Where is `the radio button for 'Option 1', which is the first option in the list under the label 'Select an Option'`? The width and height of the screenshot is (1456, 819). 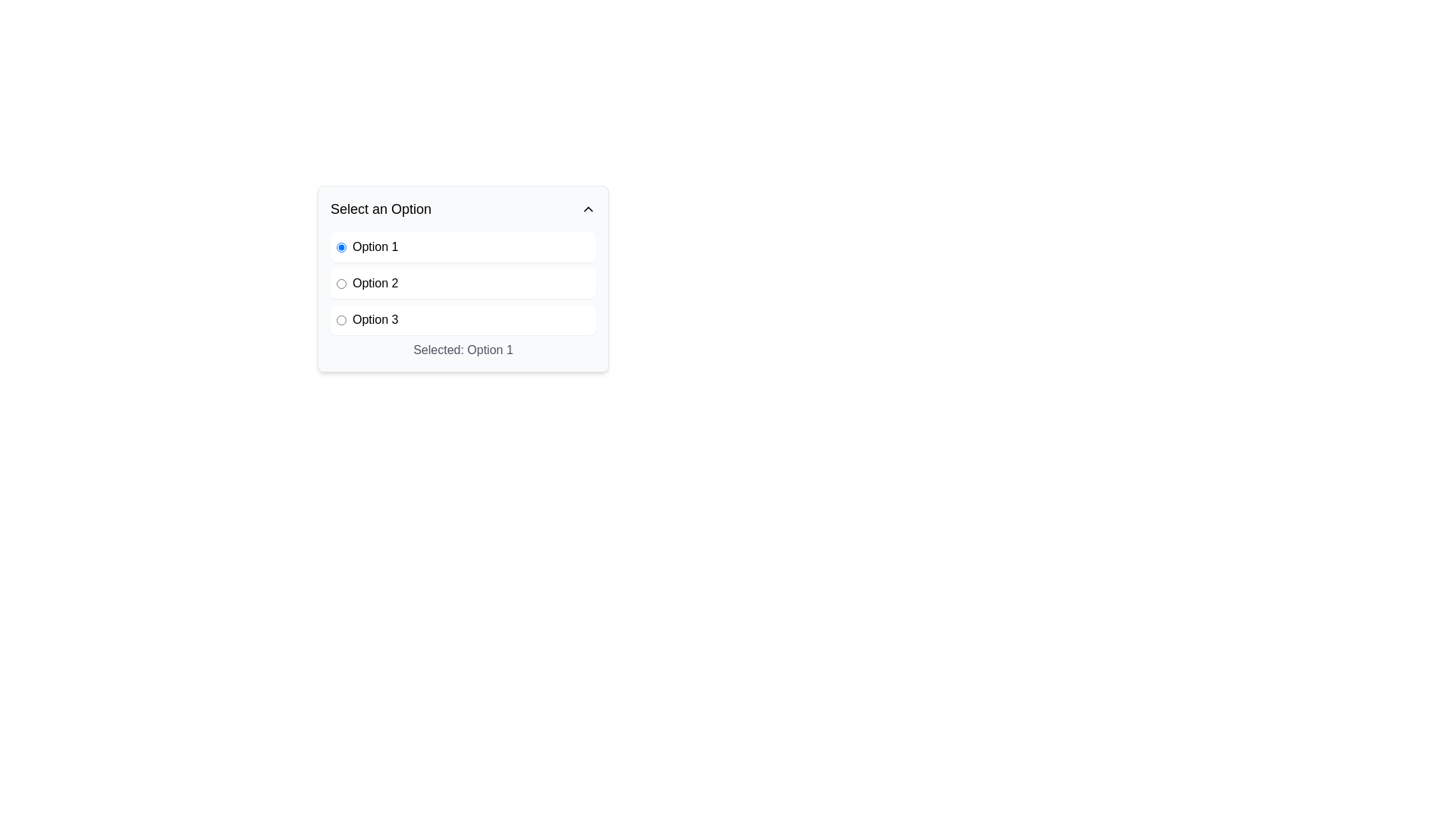
the radio button for 'Option 1', which is the first option in the list under the label 'Select an Option' is located at coordinates (340, 246).